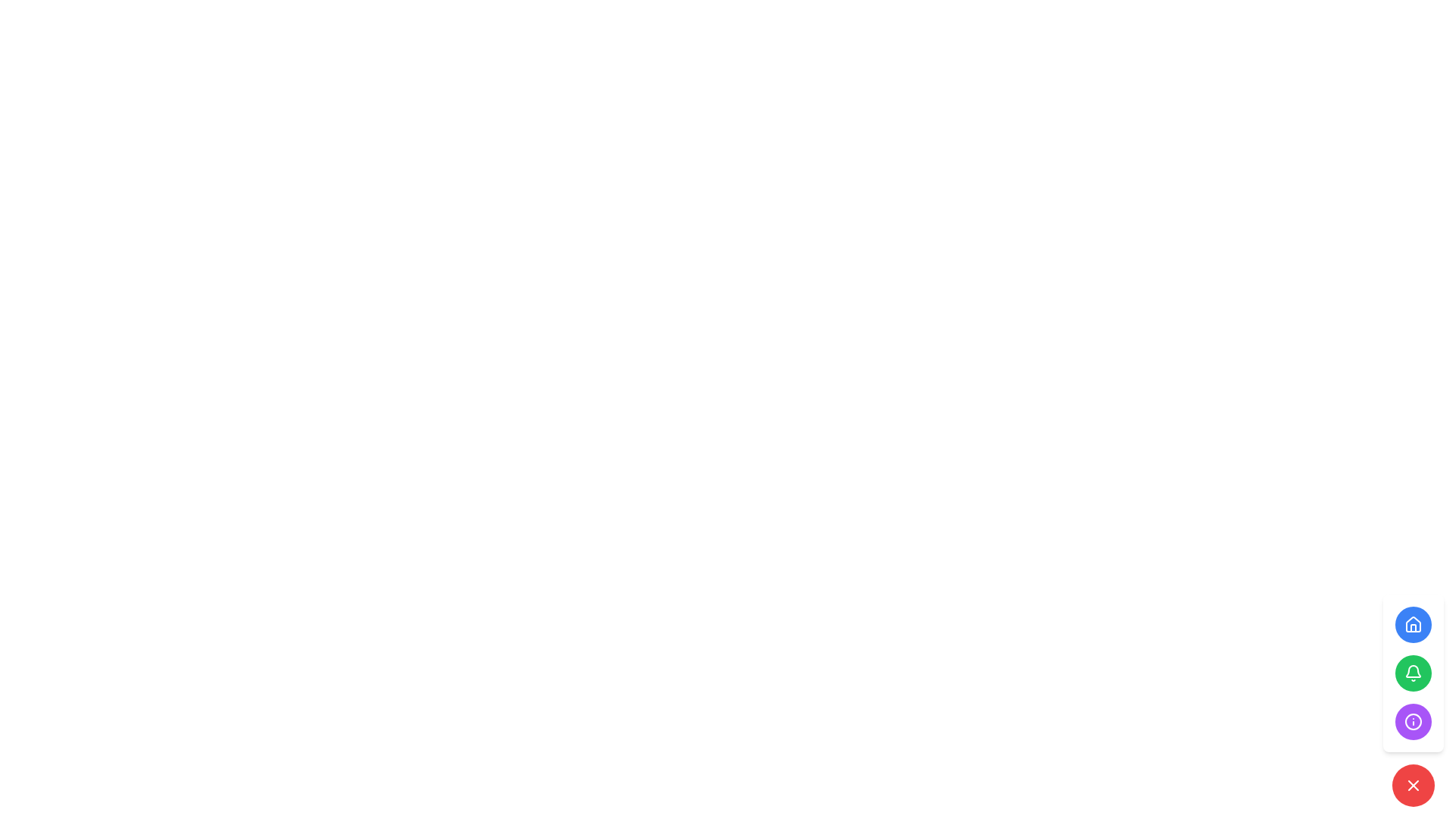 This screenshot has width=1456, height=819. I want to click on the door area of the house-shaped icon, which is visually identifiable as a door within the house symbol, located in the mid-lower section of the icon, so click(1412, 628).